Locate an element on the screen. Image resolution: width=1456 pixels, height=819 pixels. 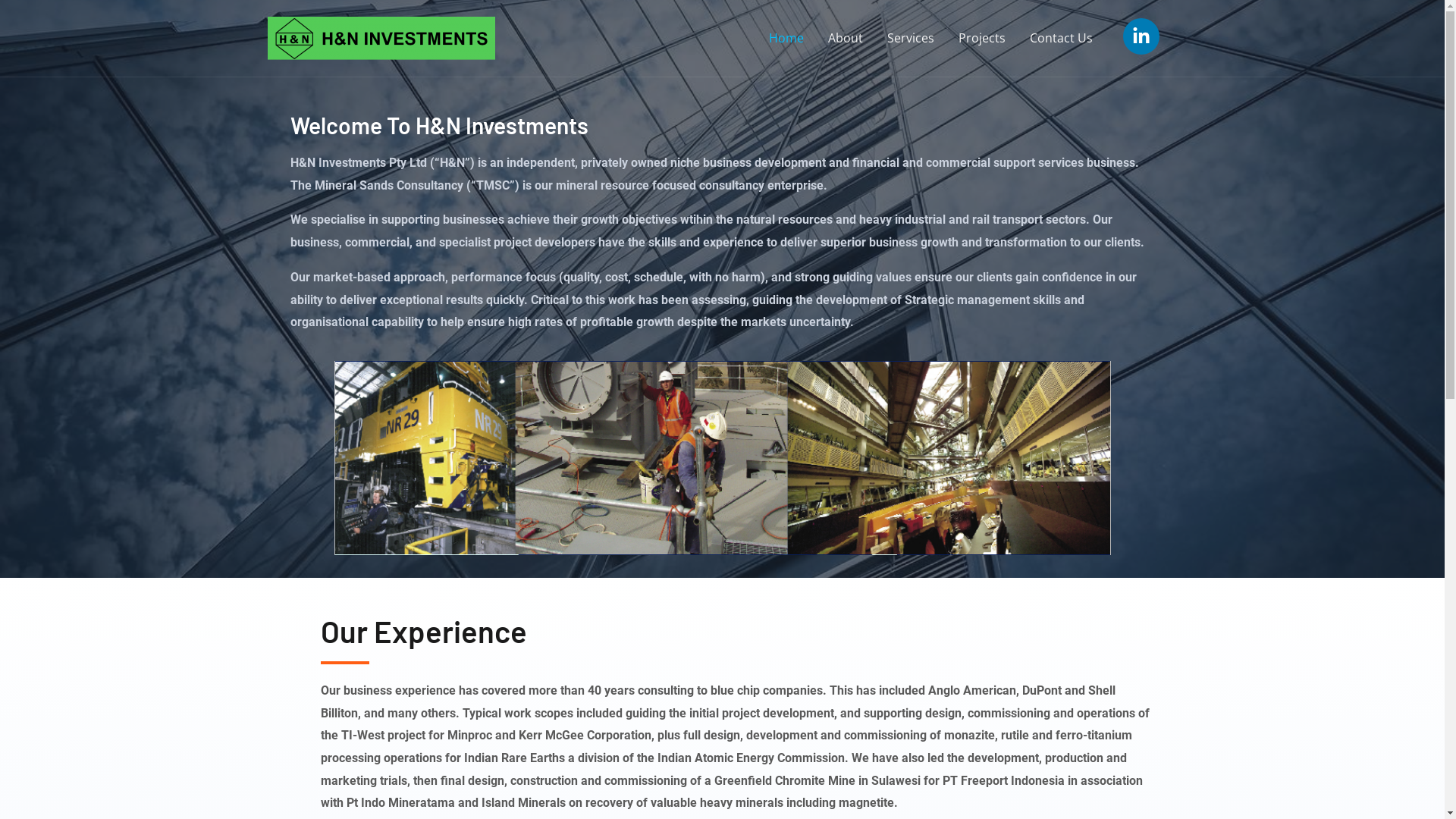
'Contact Us' is located at coordinates (1060, 37).